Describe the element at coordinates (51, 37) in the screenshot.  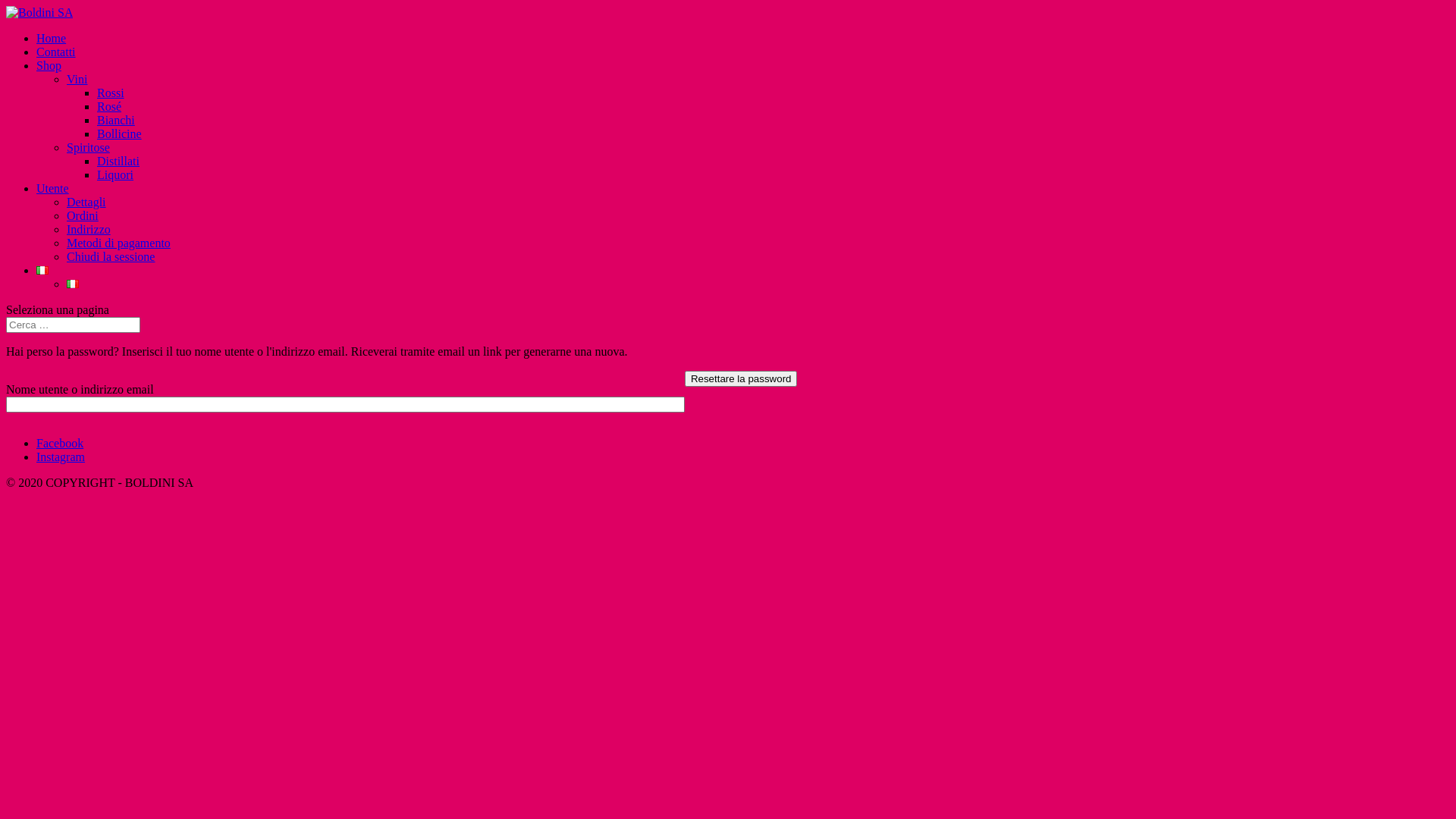
I see `'Home'` at that location.